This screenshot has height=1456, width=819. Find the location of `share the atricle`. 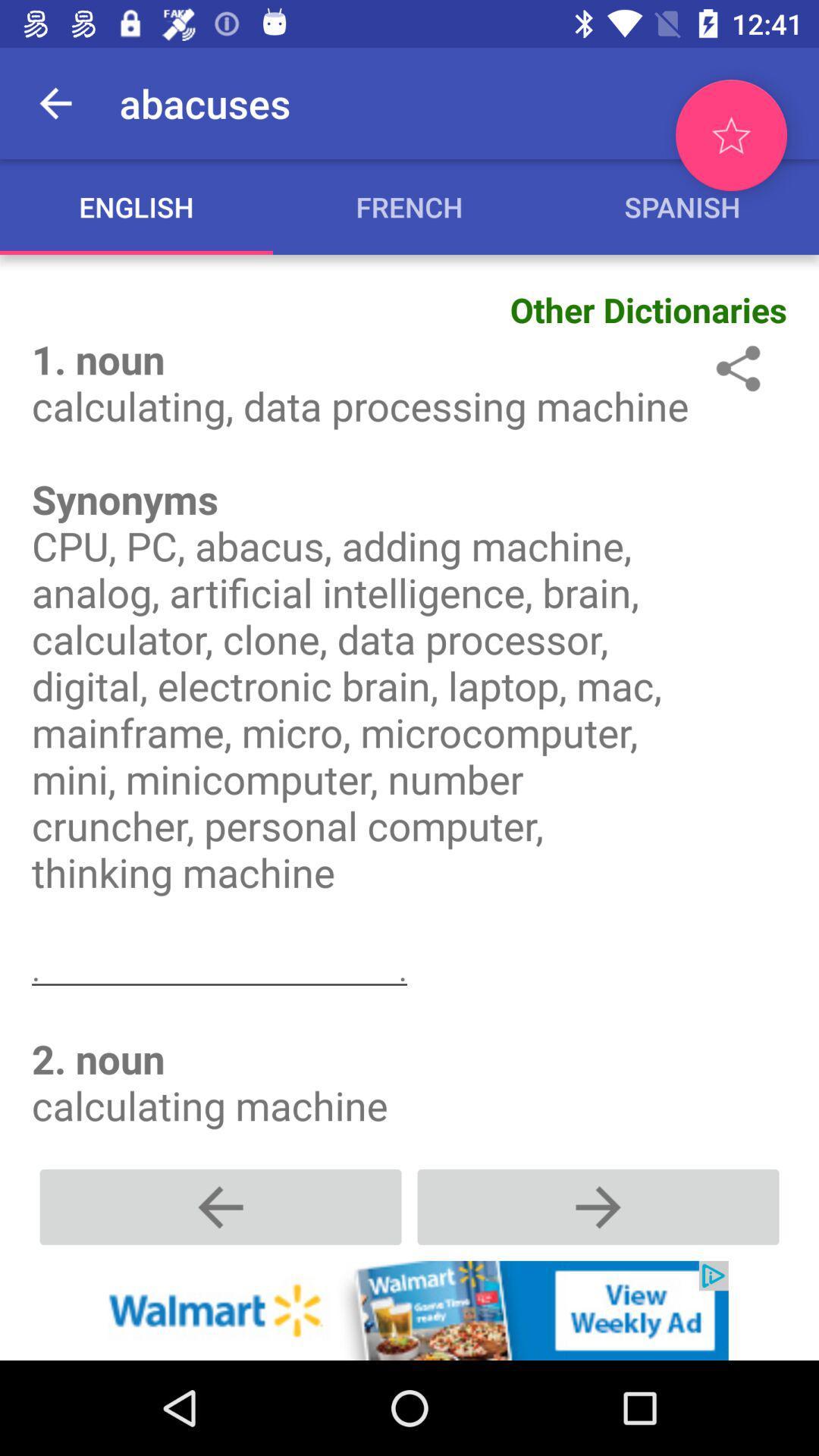

share the atricle is located at coordinates (735, 368).